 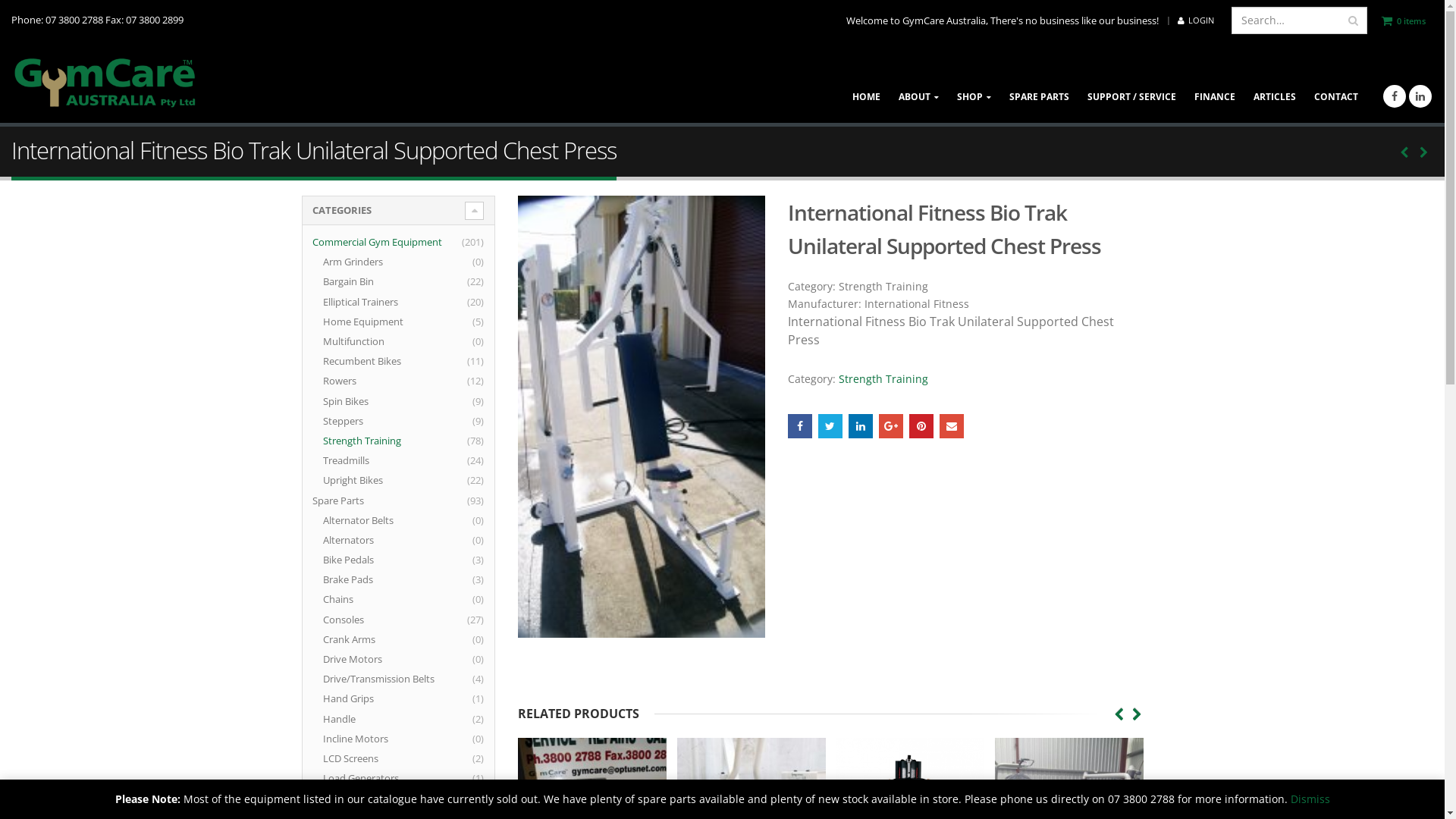 What do you see at coordinates (347, 500) in the screenshot?
I see `'Spare Parts'` at bounding box center [347, 500].